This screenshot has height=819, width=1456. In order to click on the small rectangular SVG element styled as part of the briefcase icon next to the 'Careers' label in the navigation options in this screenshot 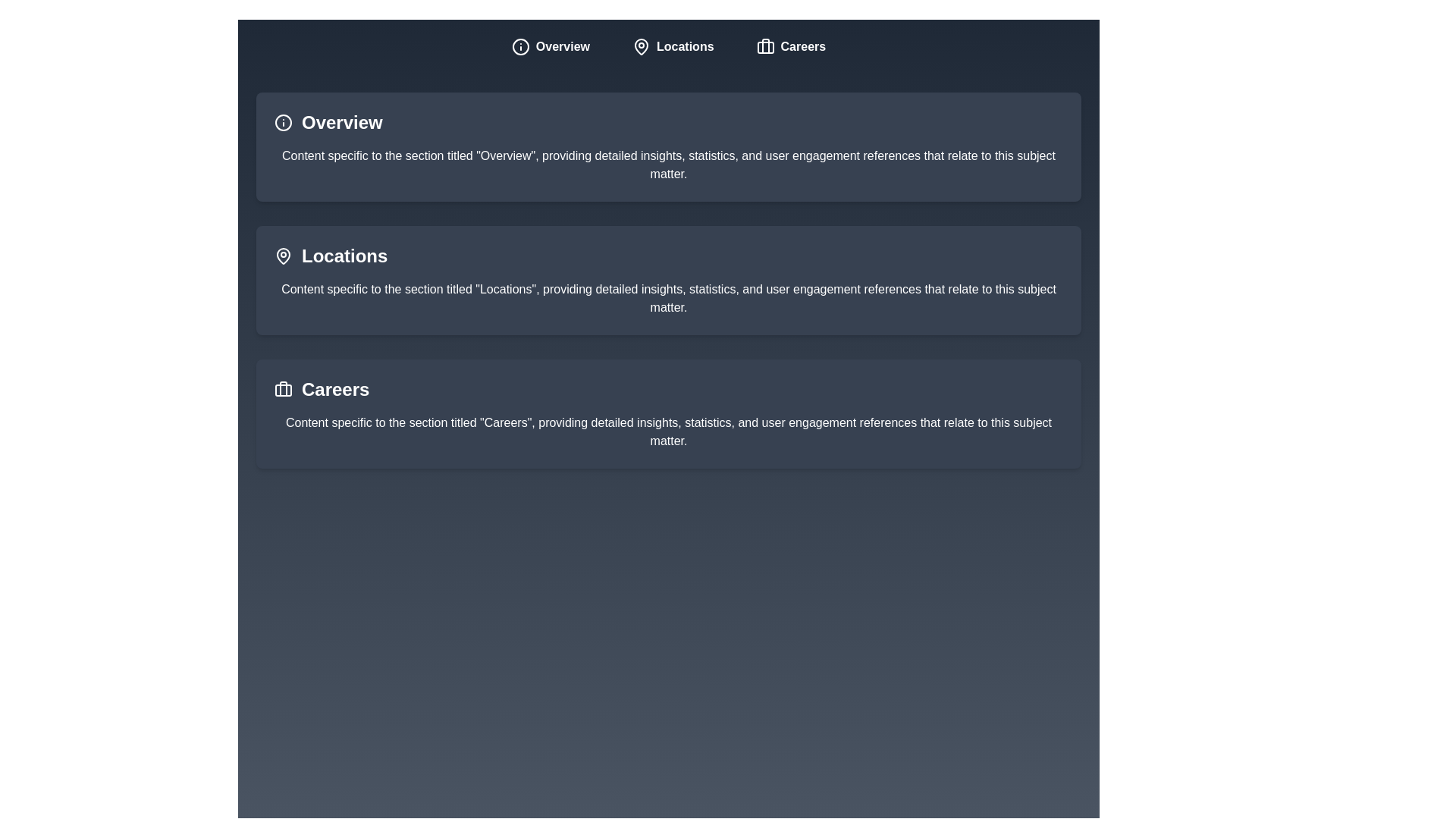, I will do `click(284, 390)`.